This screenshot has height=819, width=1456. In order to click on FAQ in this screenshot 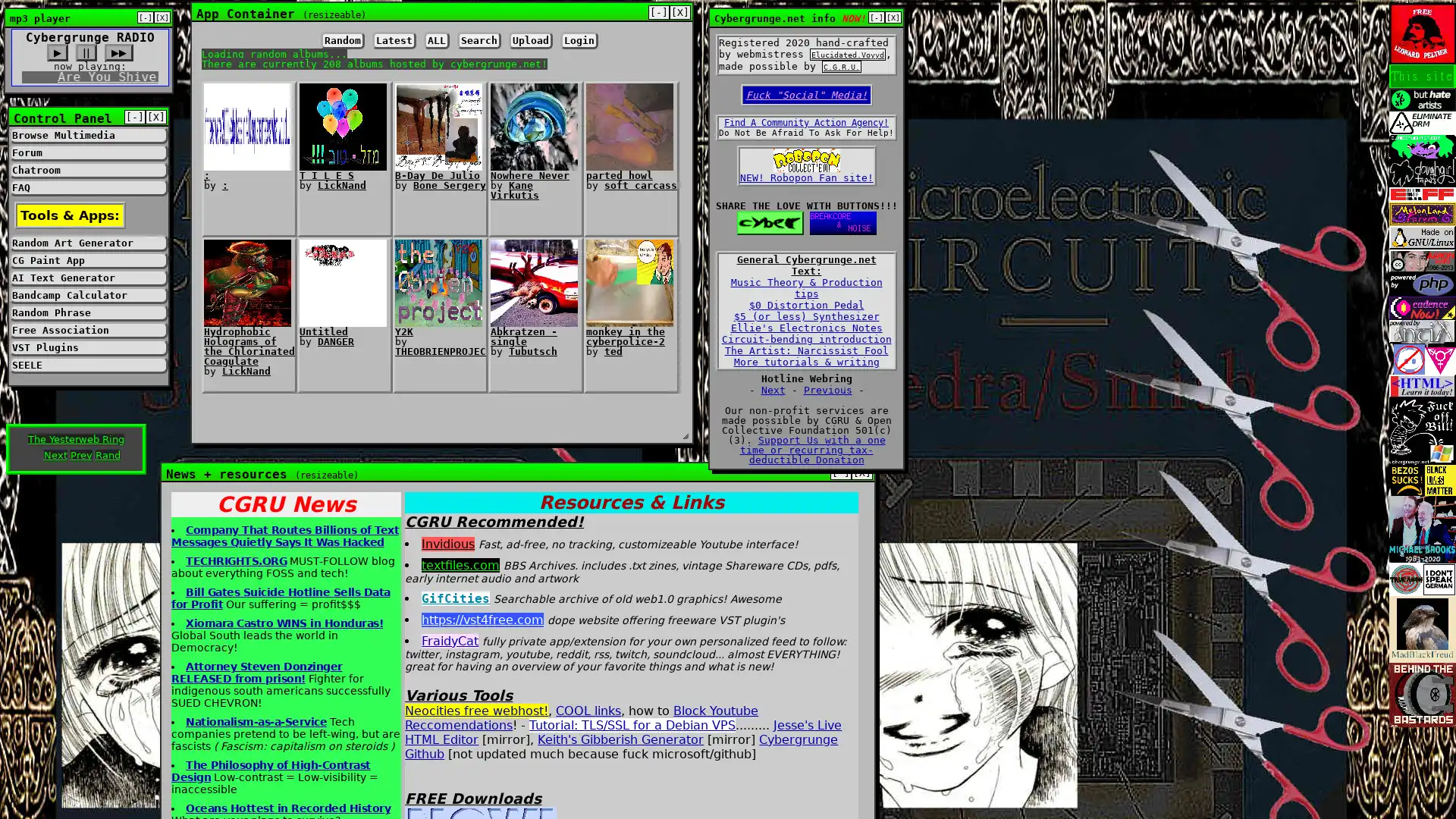, I will do `click(87, 187)`.